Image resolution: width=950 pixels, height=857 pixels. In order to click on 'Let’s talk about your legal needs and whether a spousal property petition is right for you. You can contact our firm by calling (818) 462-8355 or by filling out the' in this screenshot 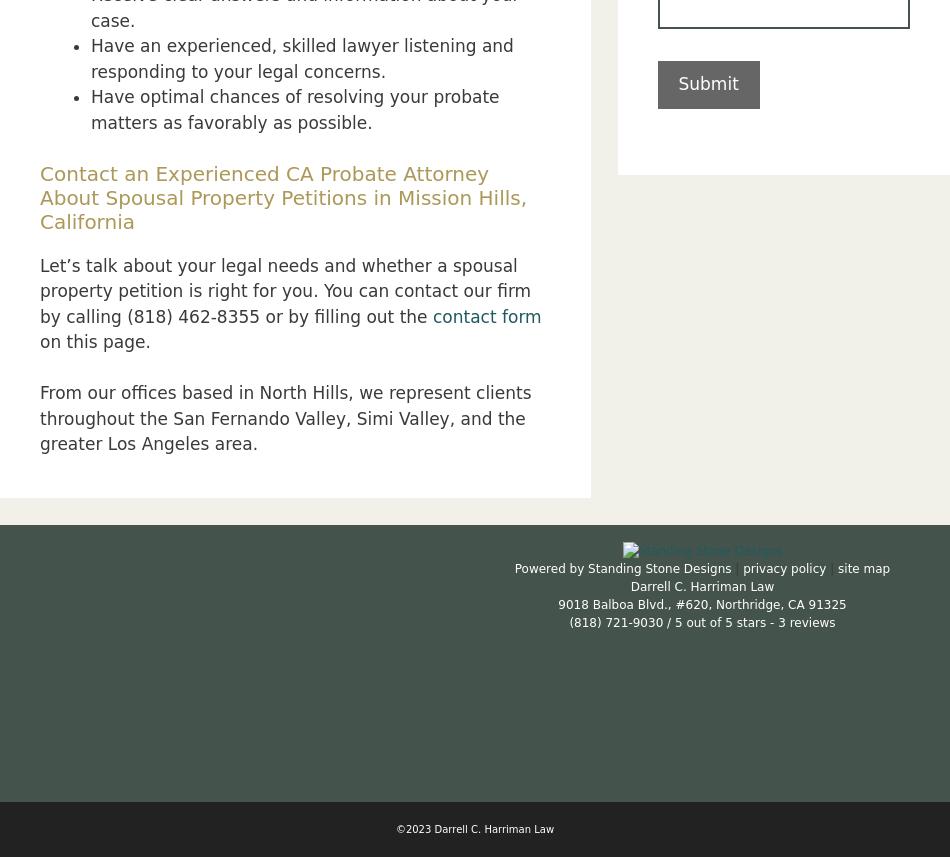, I will do `click(284, 289)`.